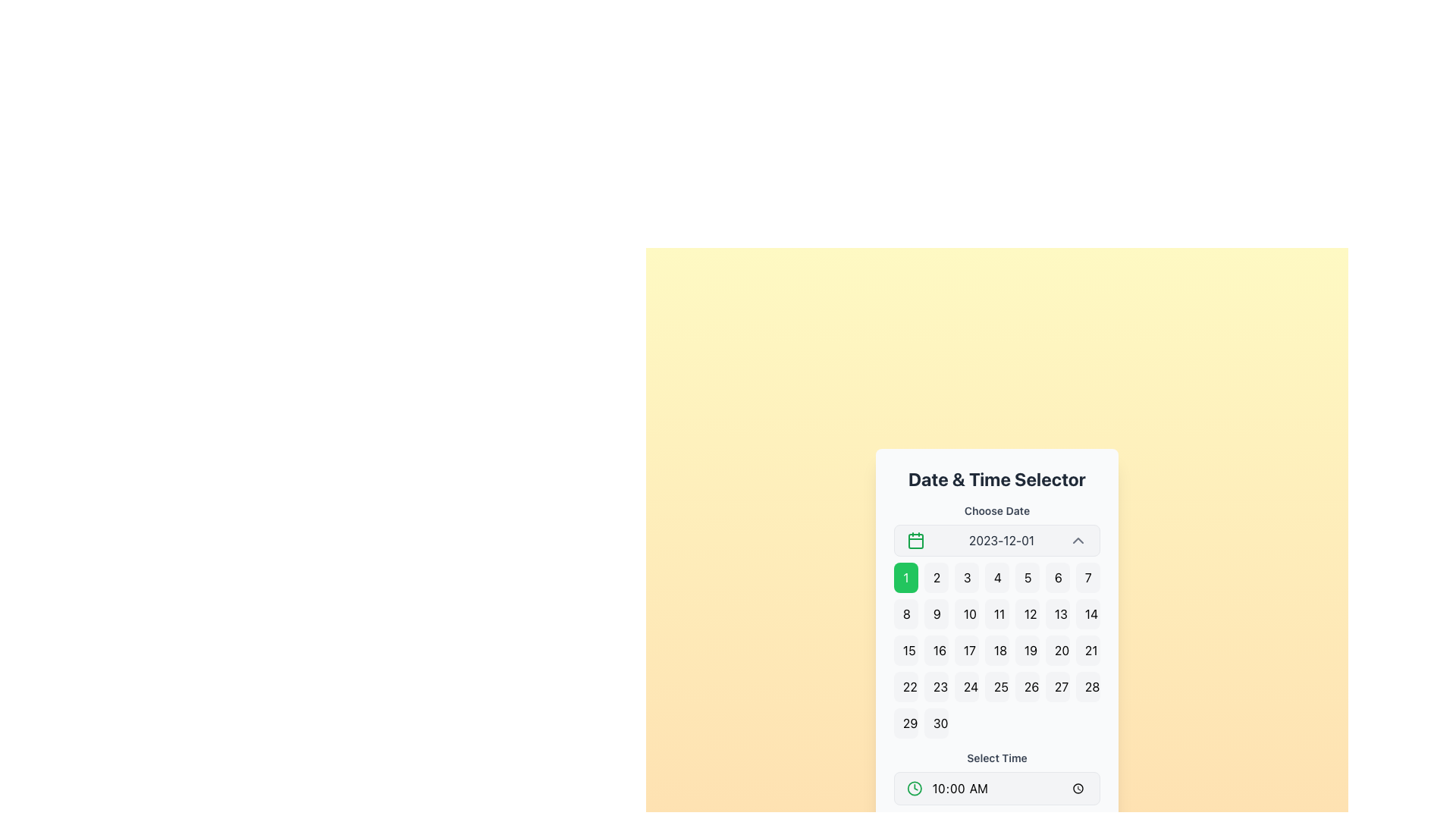 This screenshot has width=1456, height=819. Describe the element at coordinates (1087, 578) in the screenshot. I see `the button displaying the number '7' in a light gray rectangular box with rounded corners, part of a calendar grid layout` at that location.